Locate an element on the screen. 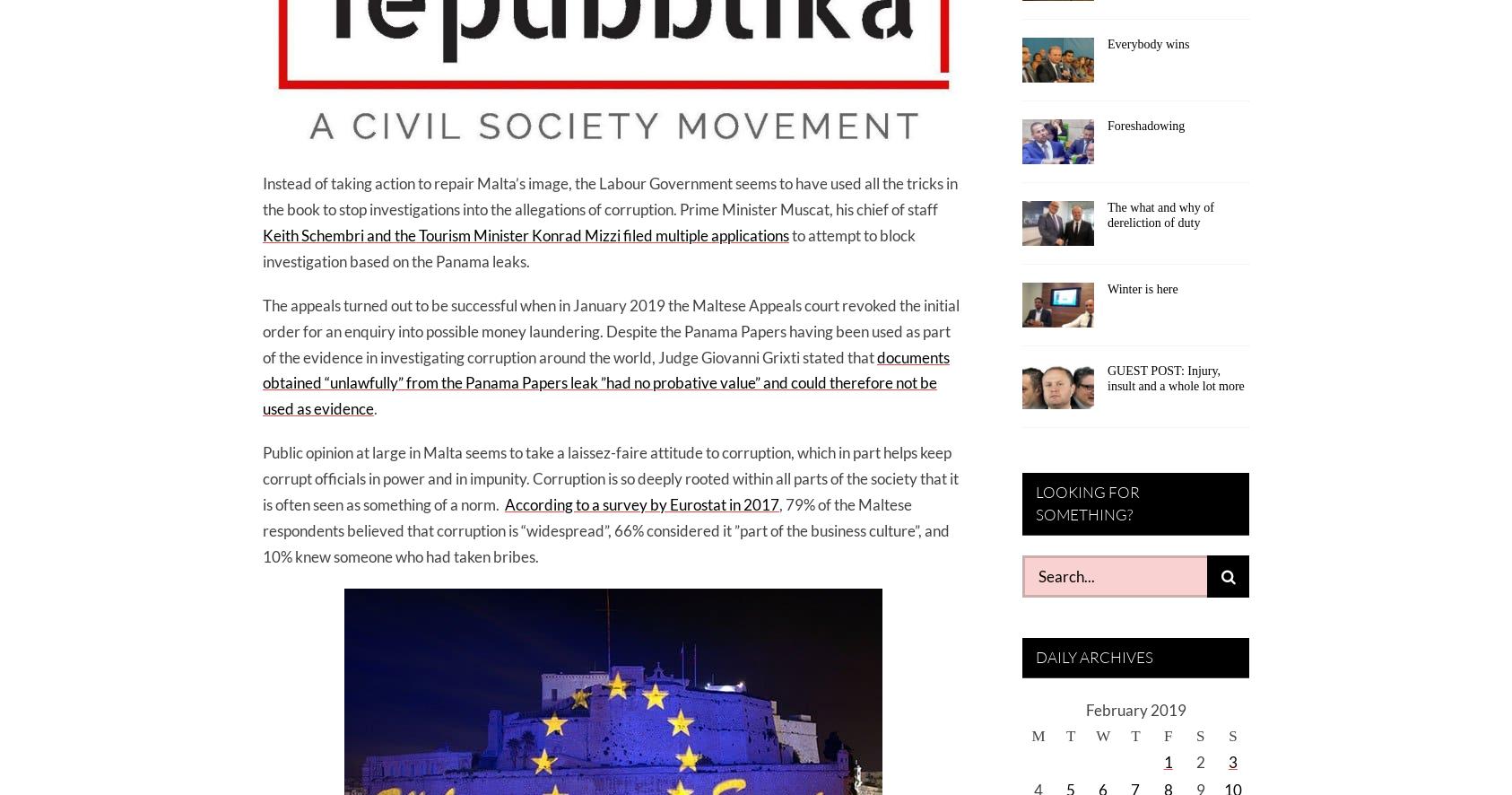 Image resolution: width=1512 pixels, height=795 pixels. 'February 2019' is located at coordinates (1135, 709).